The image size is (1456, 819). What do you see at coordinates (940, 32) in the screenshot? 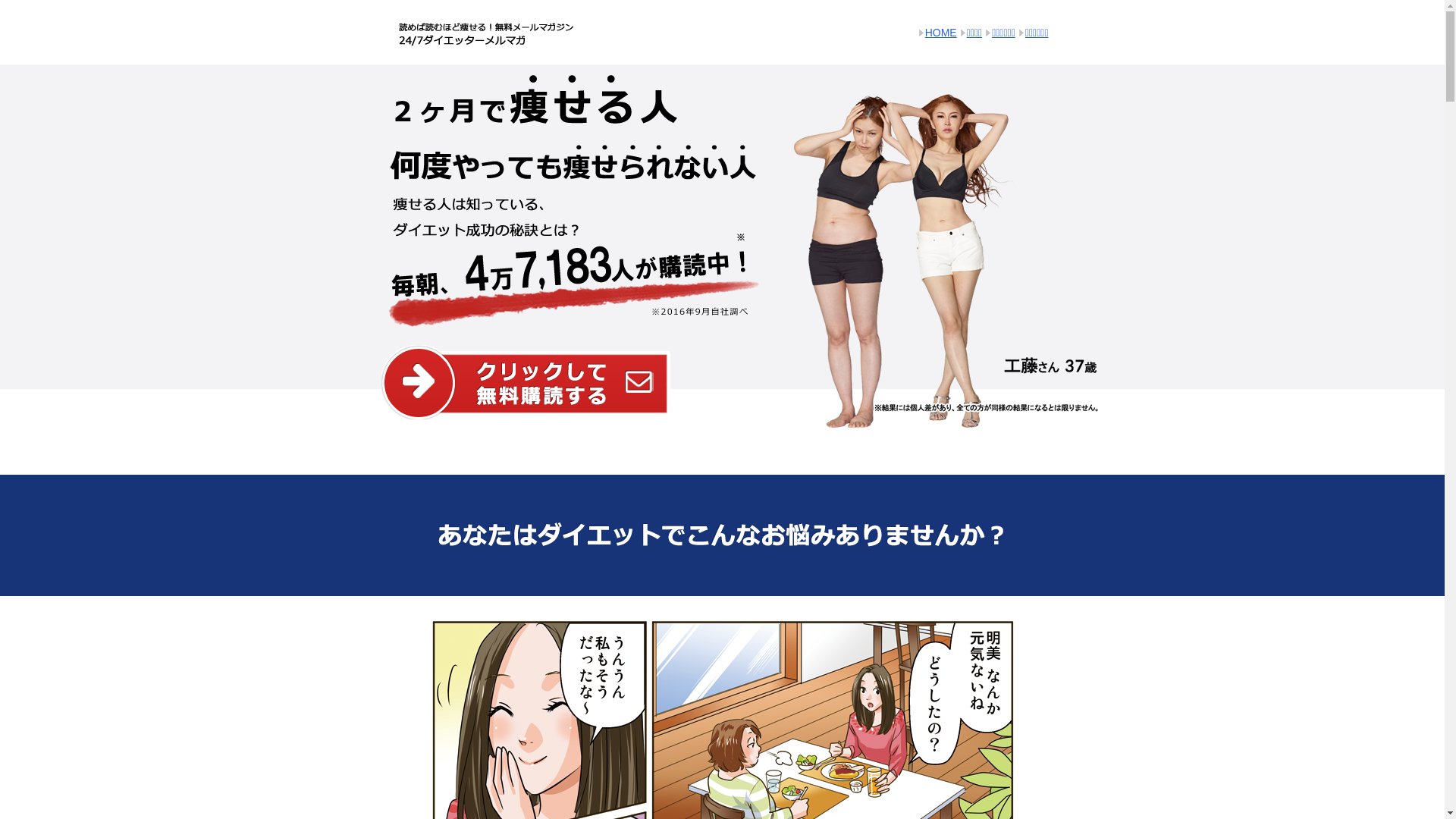
I see `'HOME'` at bounding box center [940, 32].